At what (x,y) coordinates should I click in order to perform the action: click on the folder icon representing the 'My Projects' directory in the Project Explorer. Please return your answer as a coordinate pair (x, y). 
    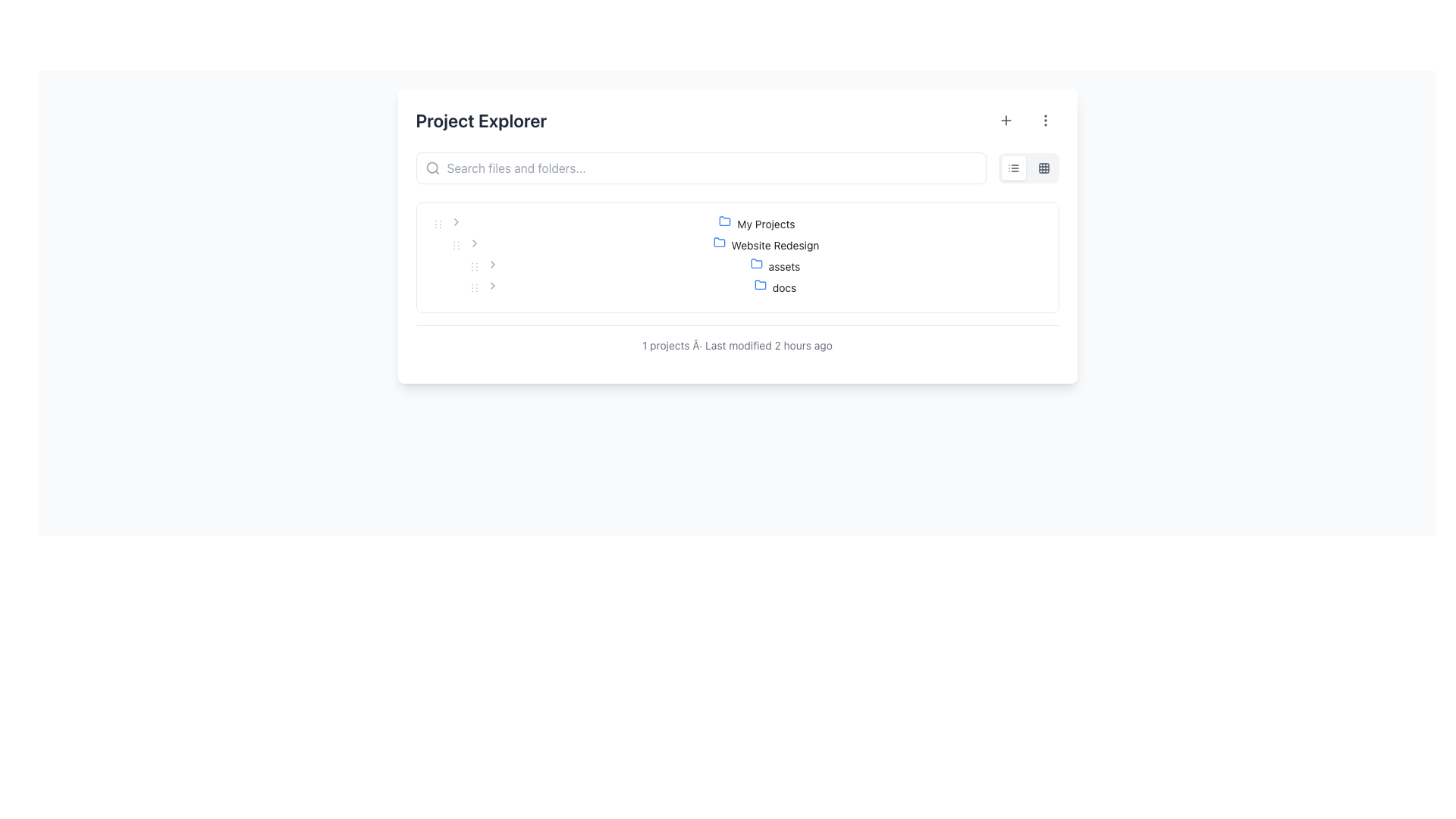
    Looking at the image, I should click on (724, 221).